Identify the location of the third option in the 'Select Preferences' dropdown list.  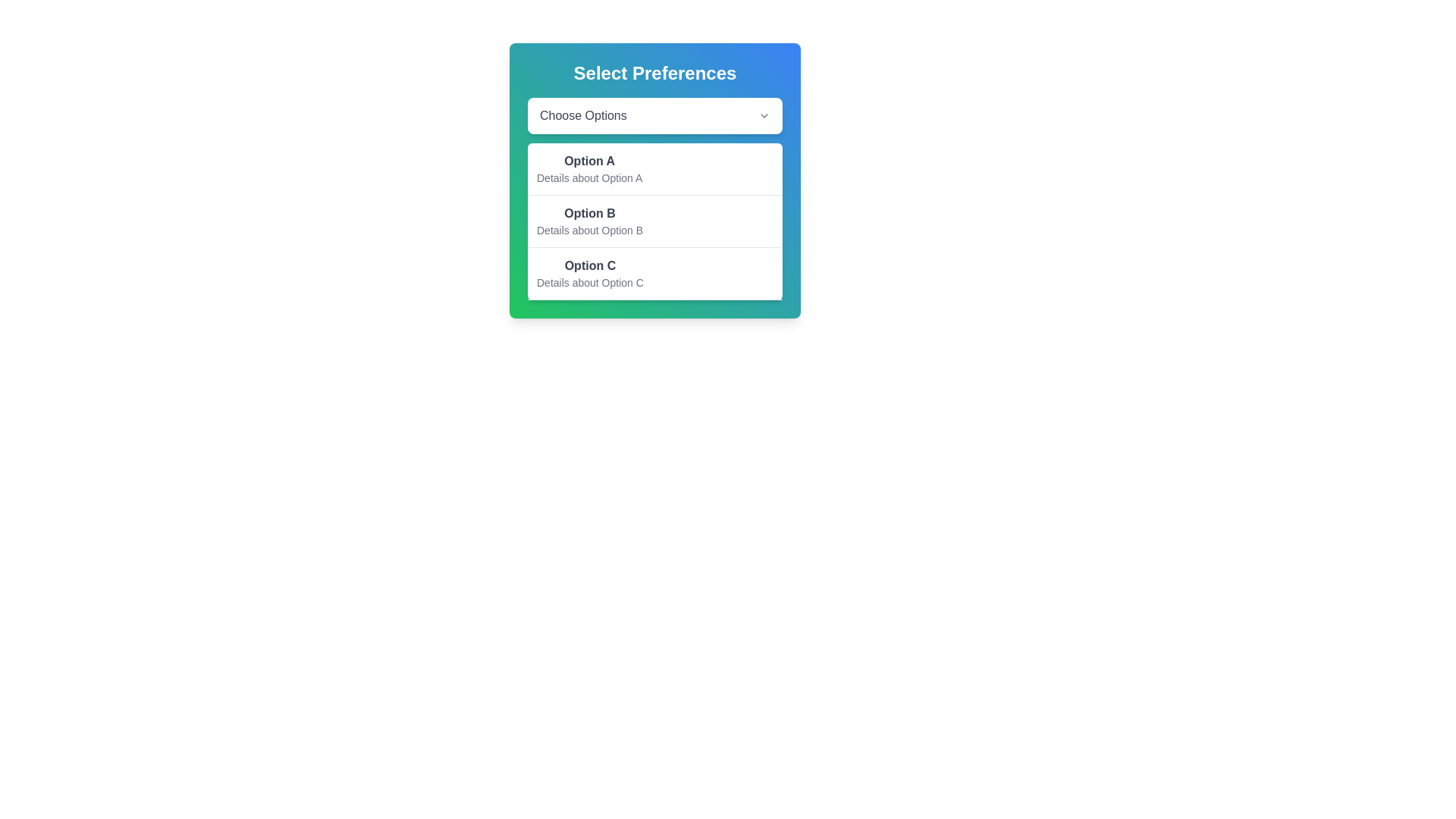
(589, 274).